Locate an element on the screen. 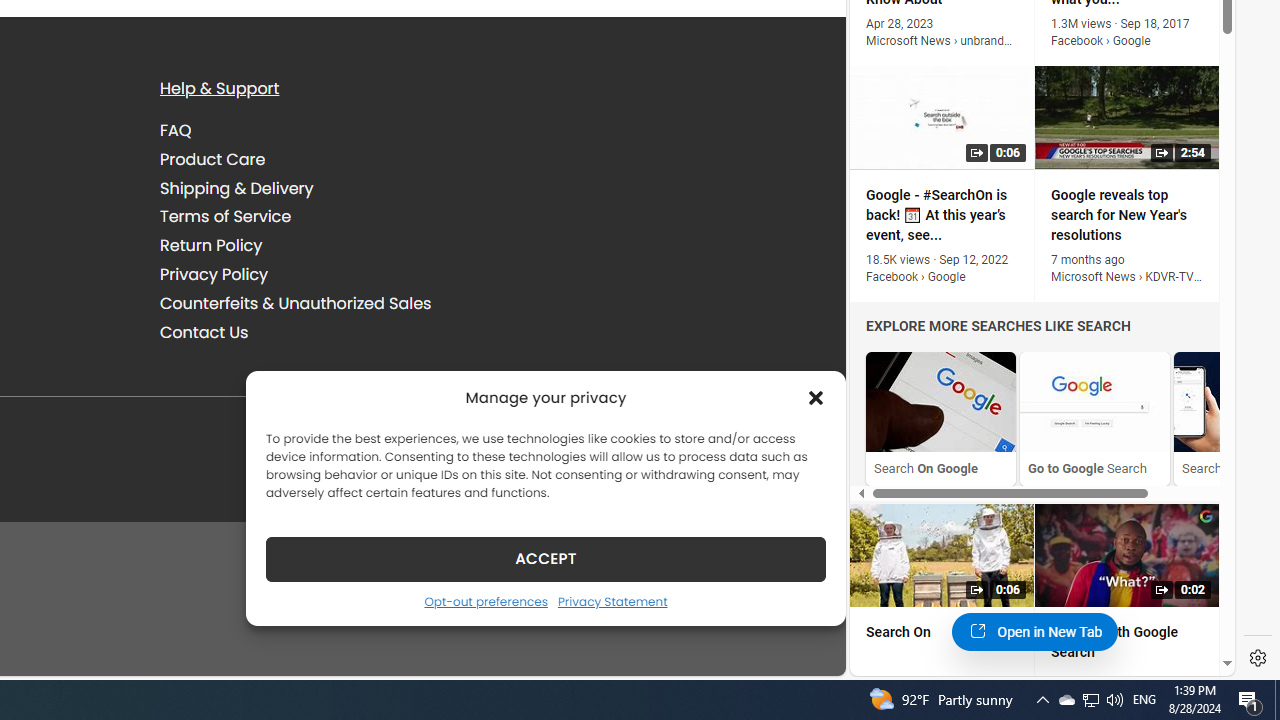  'ACCEPT' is located at coordinates (545, 558).